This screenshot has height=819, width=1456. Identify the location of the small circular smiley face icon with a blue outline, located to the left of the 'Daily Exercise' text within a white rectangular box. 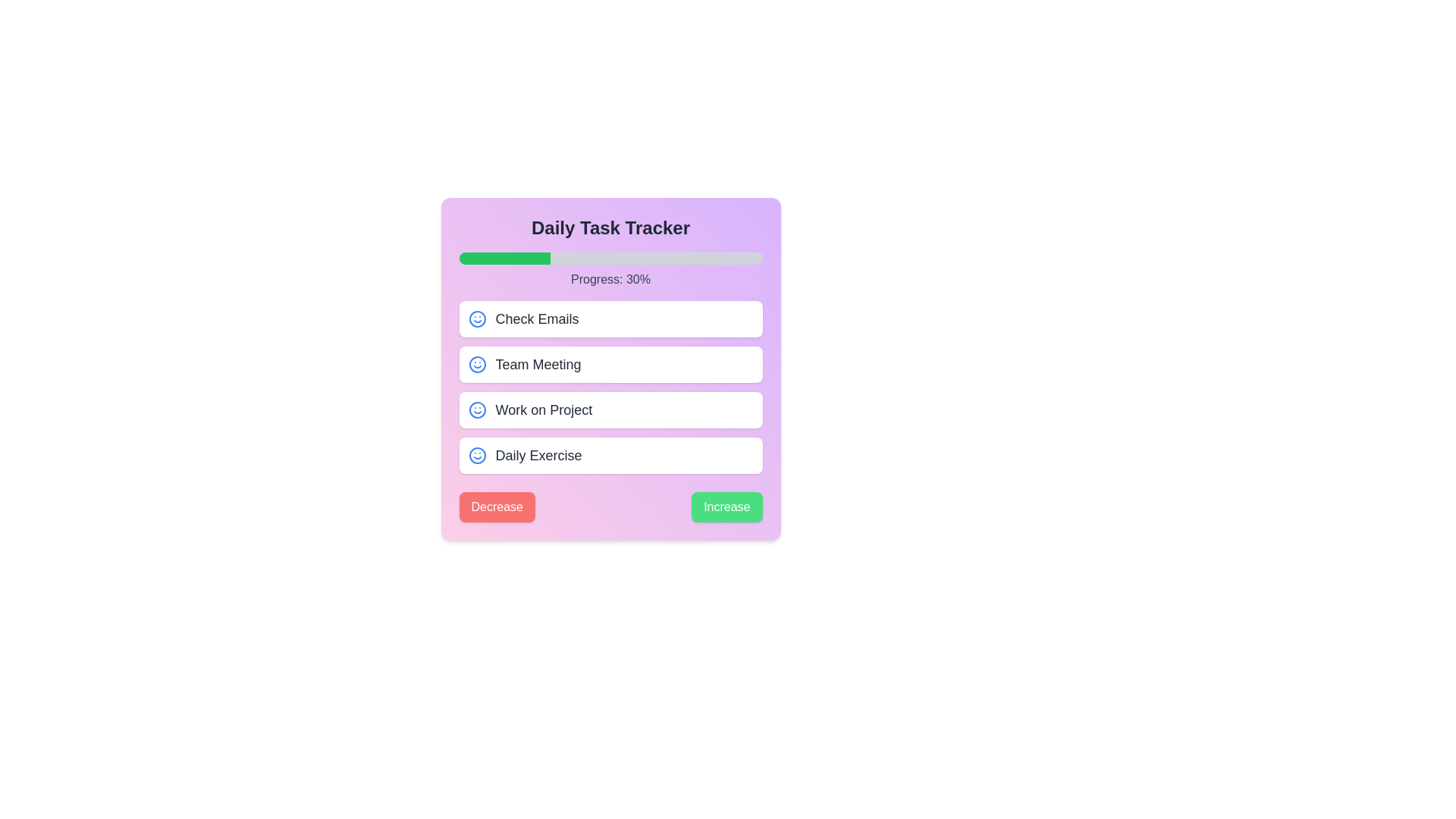
(476, 455).